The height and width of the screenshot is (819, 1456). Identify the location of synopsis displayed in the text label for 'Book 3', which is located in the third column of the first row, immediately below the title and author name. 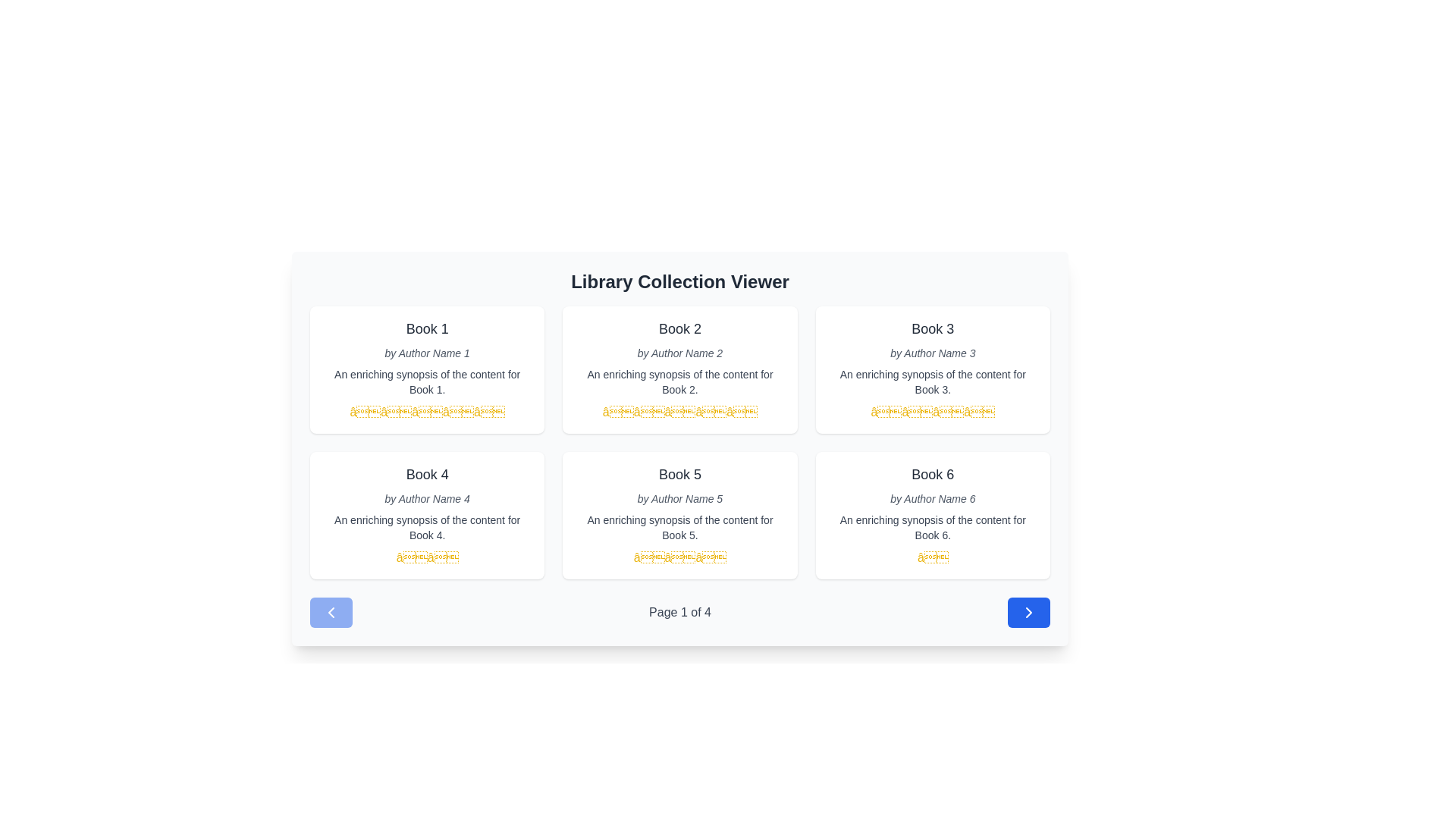
(932, 381).